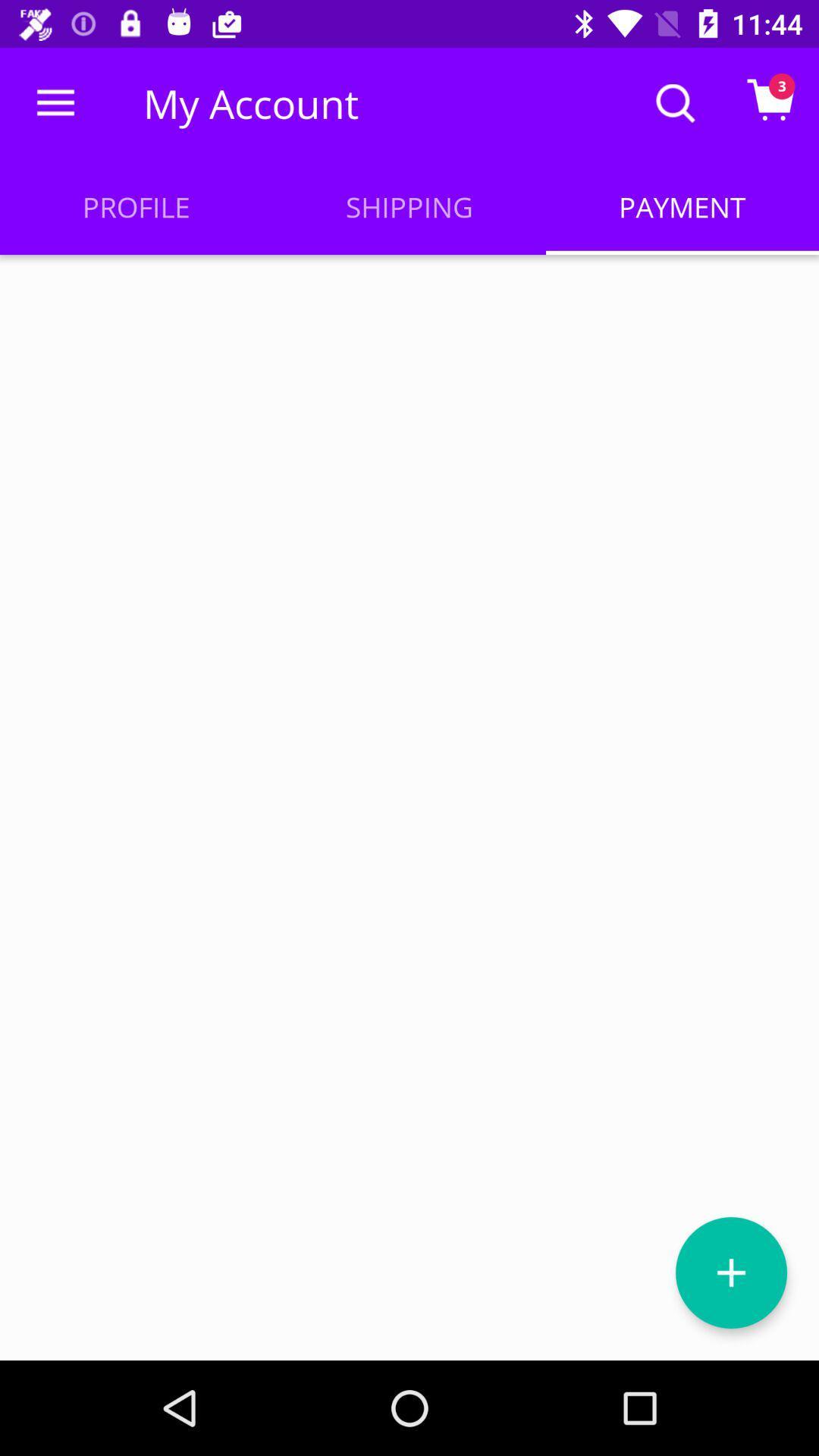 The width and height of the screenshot is (819, 1456). I want to click on payment option, so click(730, 1272).